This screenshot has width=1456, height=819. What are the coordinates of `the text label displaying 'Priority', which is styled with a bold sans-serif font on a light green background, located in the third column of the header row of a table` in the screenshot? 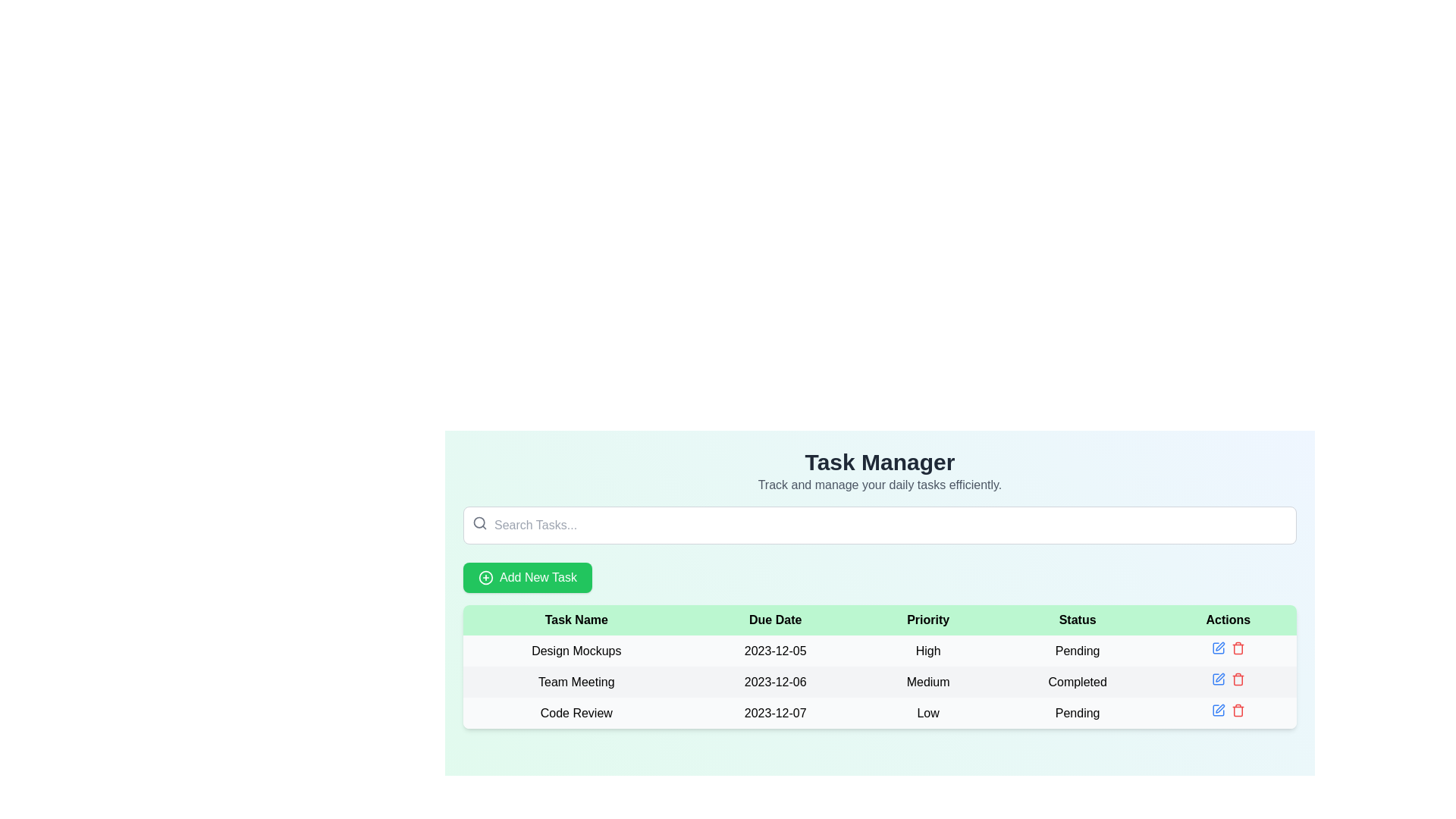 It's located at (927, 620).